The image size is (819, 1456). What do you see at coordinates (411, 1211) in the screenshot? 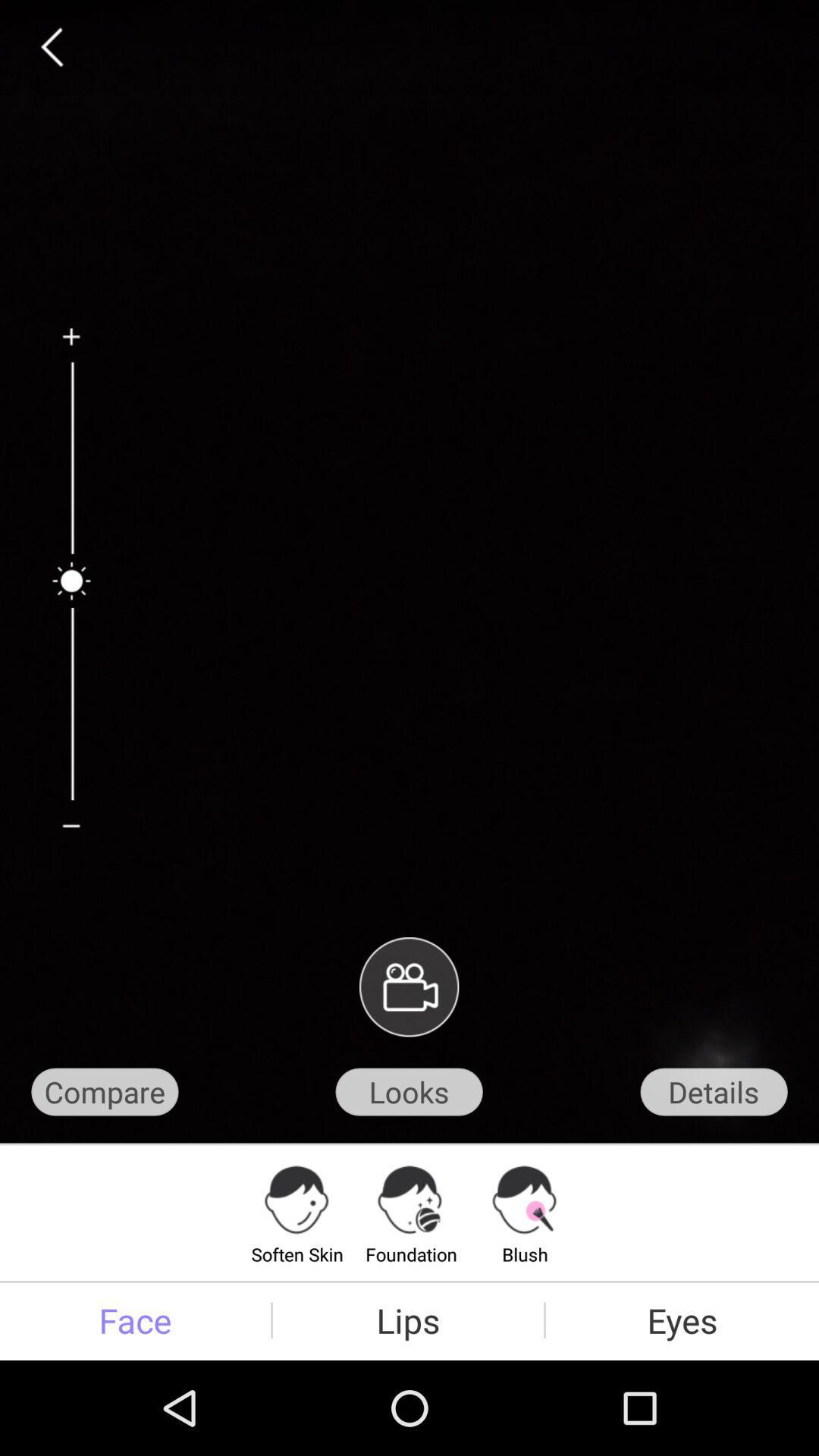
I see `the foundation button on the page` at bounding box center [411, 1211].